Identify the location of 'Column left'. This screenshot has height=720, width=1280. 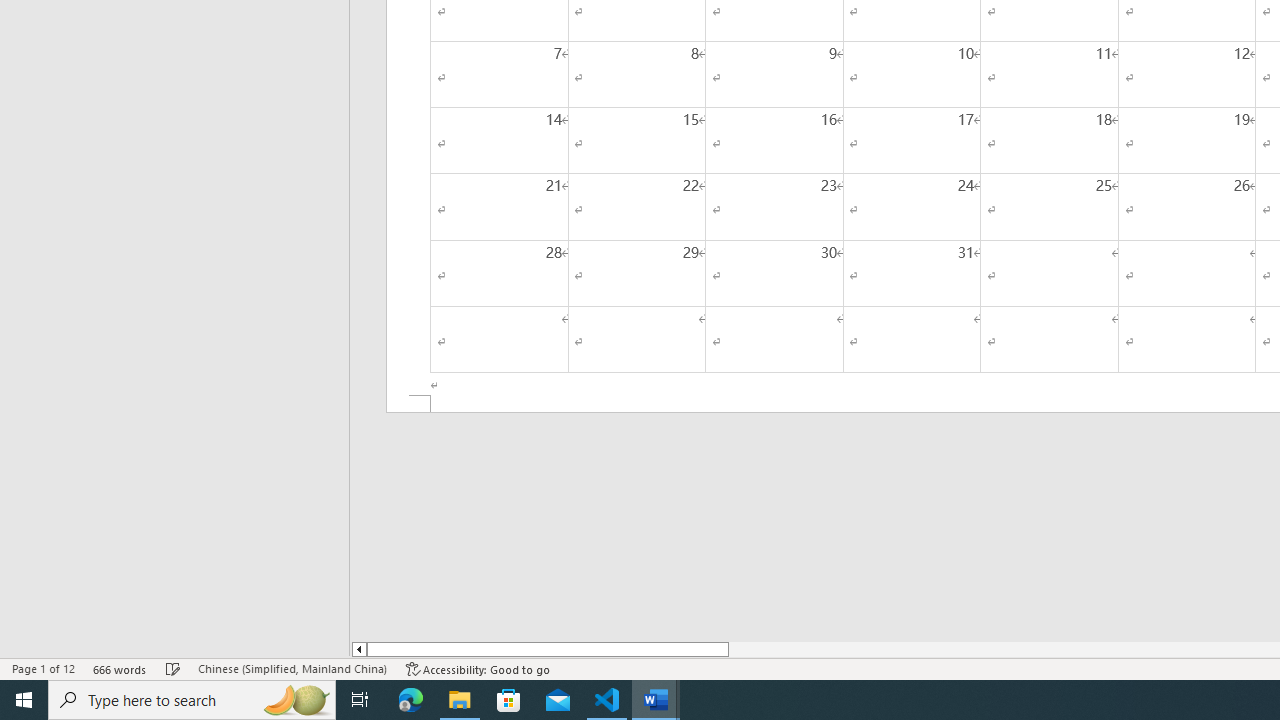
(358, 649).